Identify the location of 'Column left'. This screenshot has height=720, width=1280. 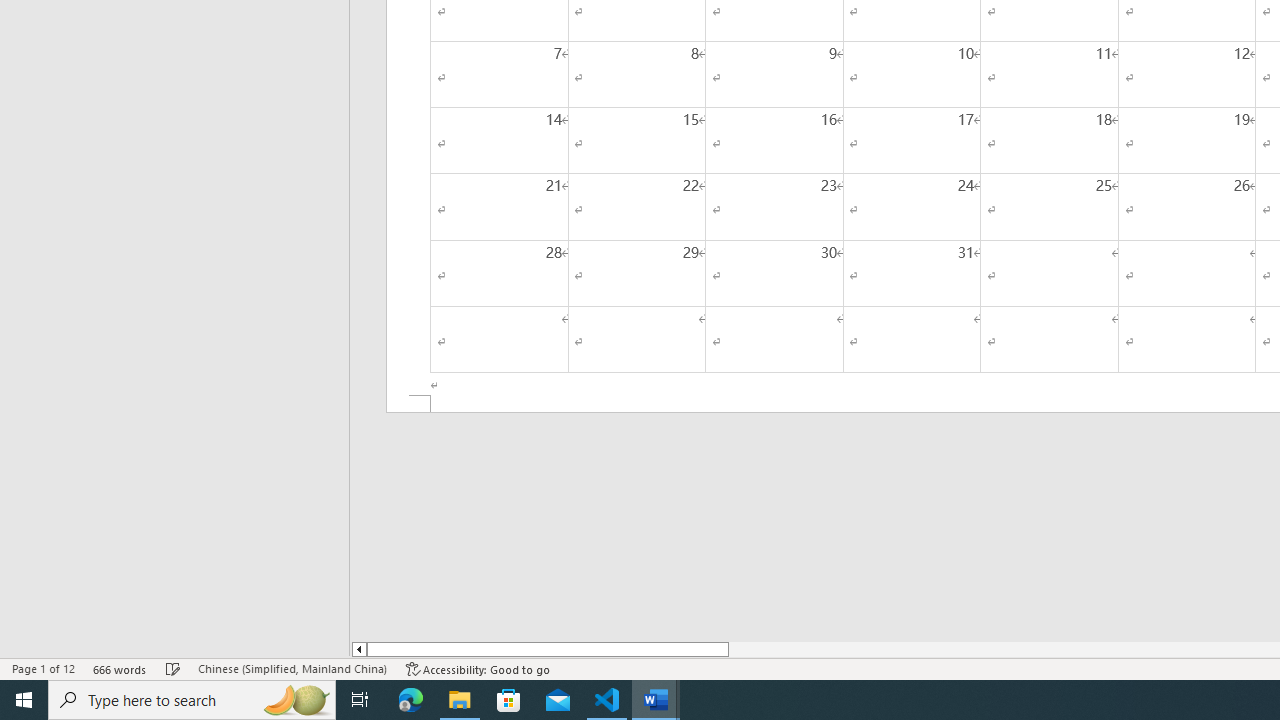
(358, 649).